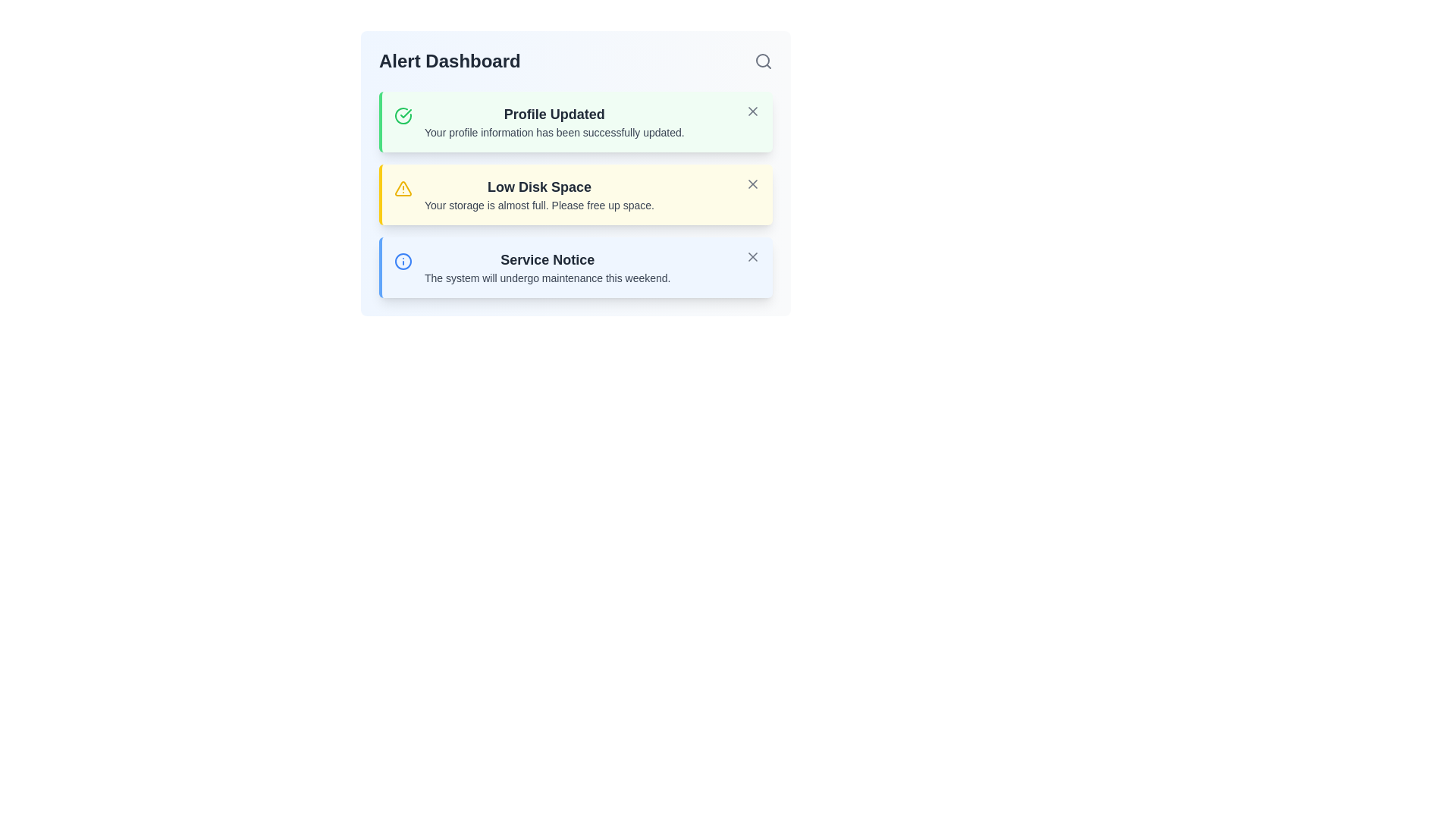 The width and height of the screenshot is (1456, 819). Describe the element at coordinates (554, 121) in the screenshot. I see `notification text block that states 'Profile Updated' and 'Your profile information has been successfully updated.'` at that location.